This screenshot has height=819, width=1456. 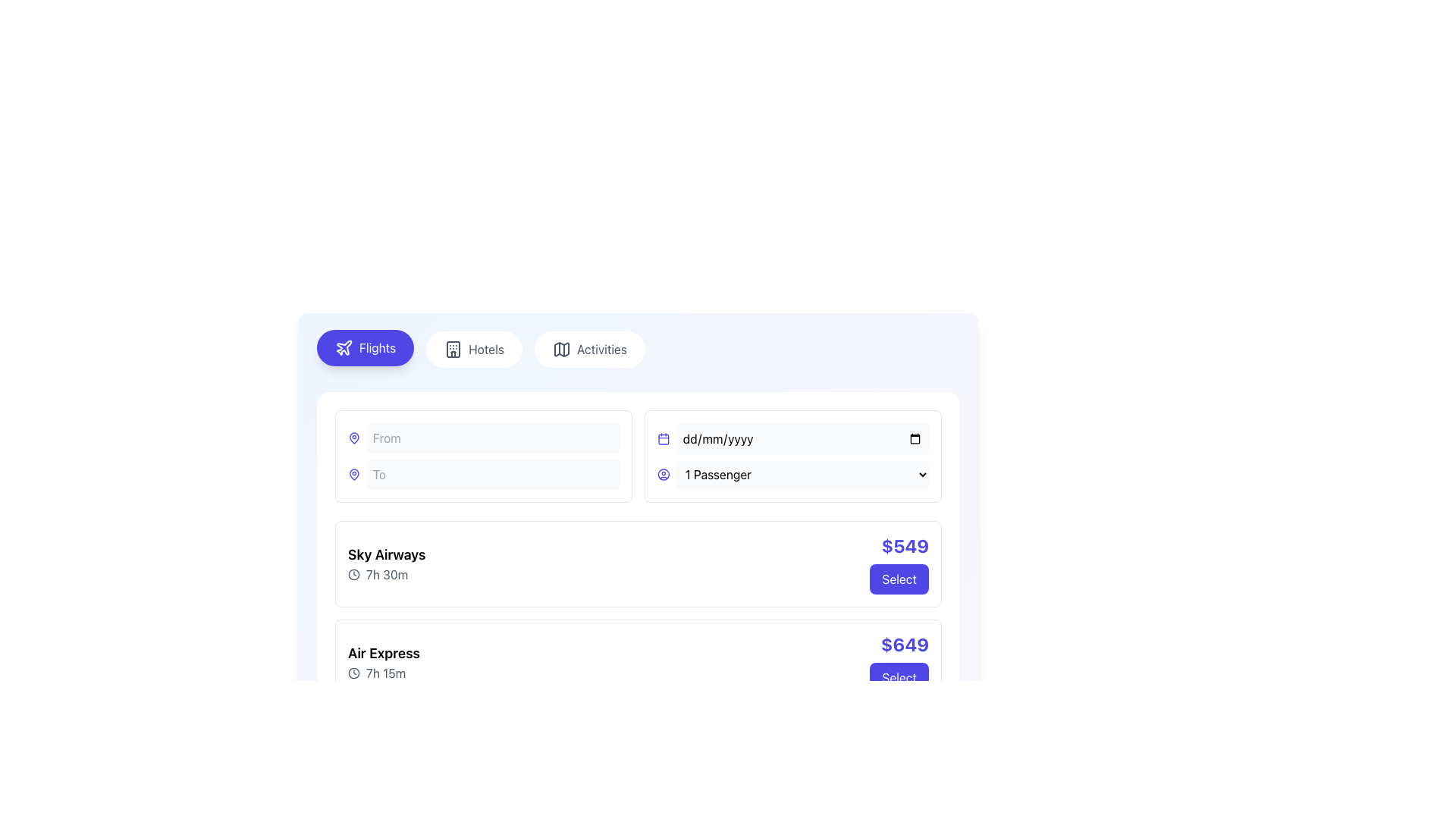 I want to click on the clock icon located next to the text '7h 30m' in the flight details section, so click(x=353, y=575).